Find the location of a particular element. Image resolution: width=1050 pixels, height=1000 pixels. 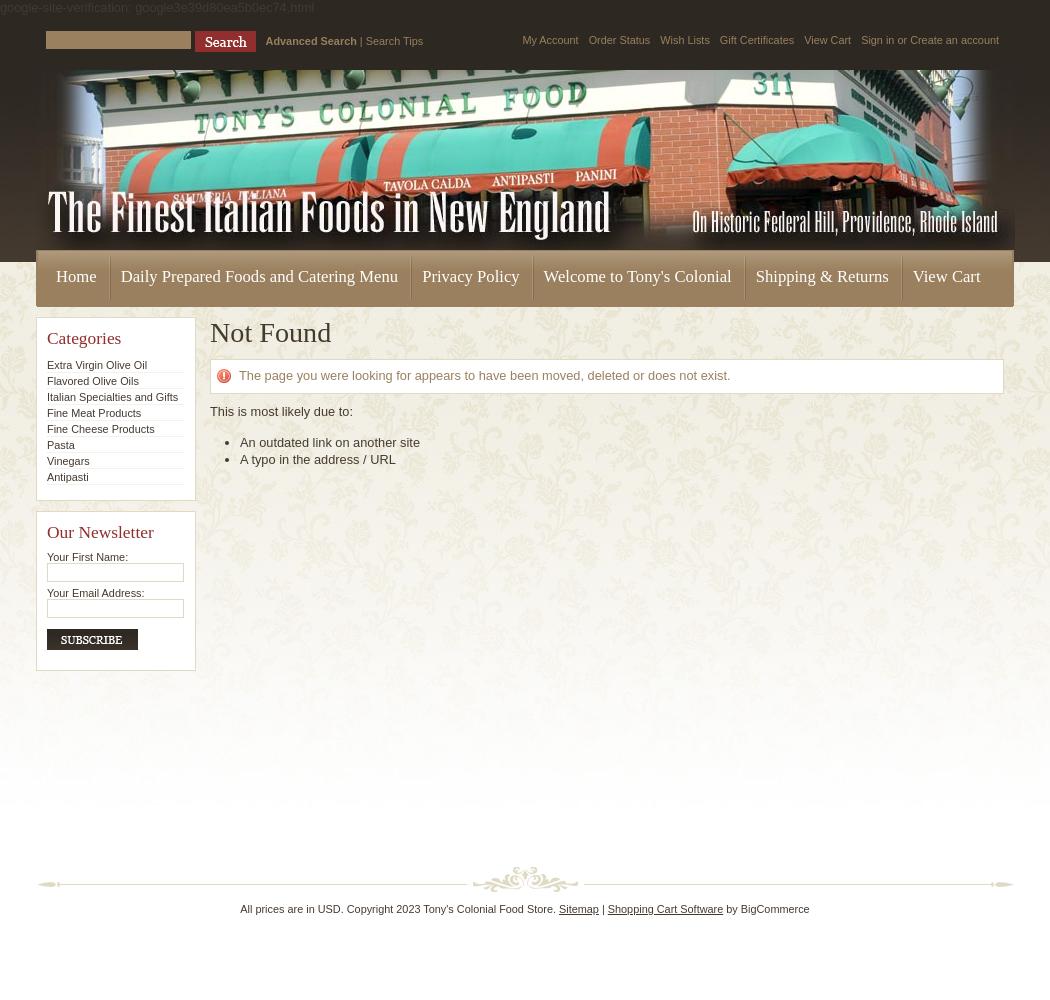

'An outdated link on another site' is located at coordinates (330, 441).